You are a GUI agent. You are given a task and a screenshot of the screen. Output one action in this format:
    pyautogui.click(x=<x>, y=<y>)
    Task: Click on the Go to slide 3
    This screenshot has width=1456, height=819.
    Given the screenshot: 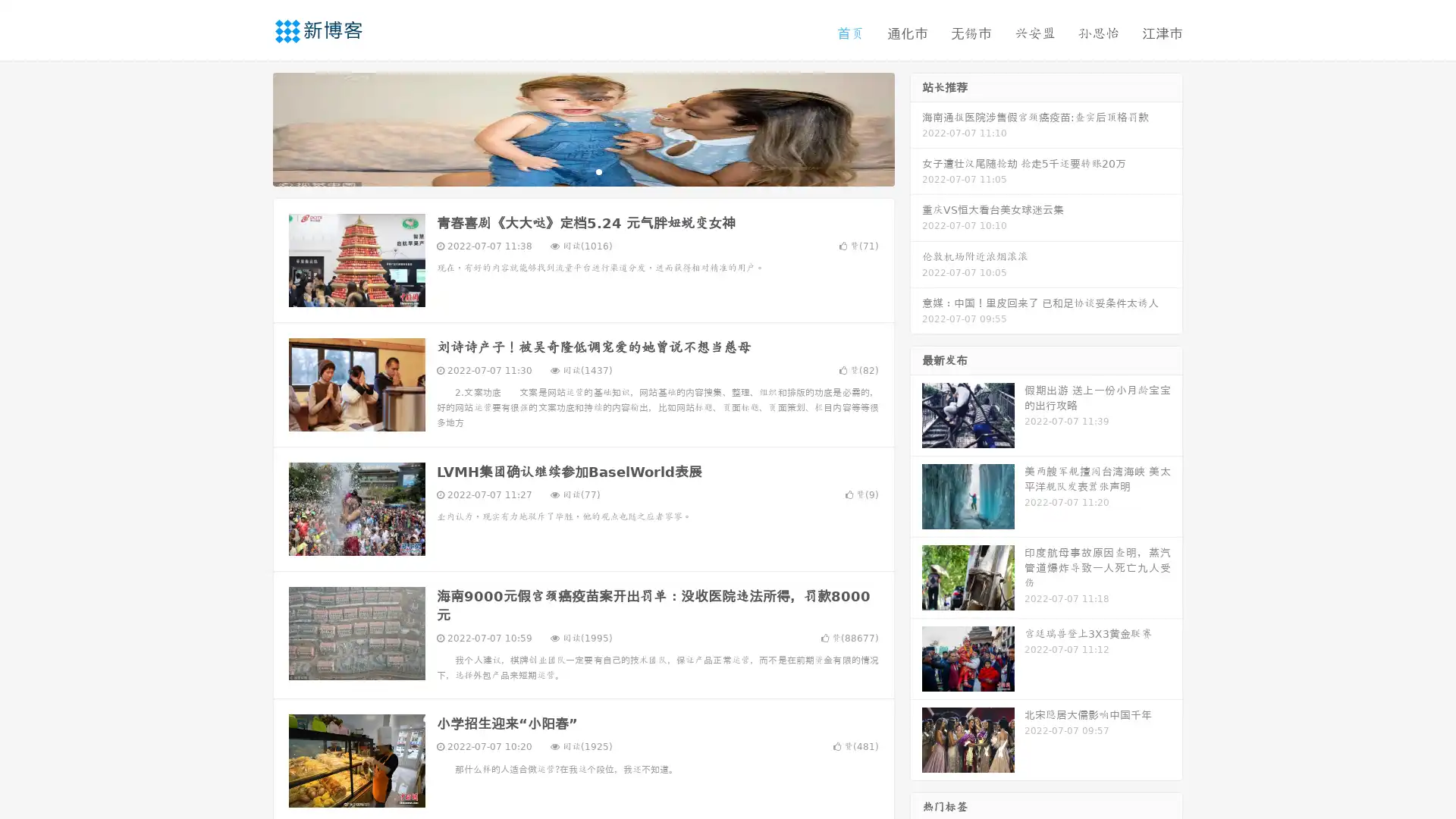 What is the action you would take?
    pyautogui.click(x=598, y=171)
    